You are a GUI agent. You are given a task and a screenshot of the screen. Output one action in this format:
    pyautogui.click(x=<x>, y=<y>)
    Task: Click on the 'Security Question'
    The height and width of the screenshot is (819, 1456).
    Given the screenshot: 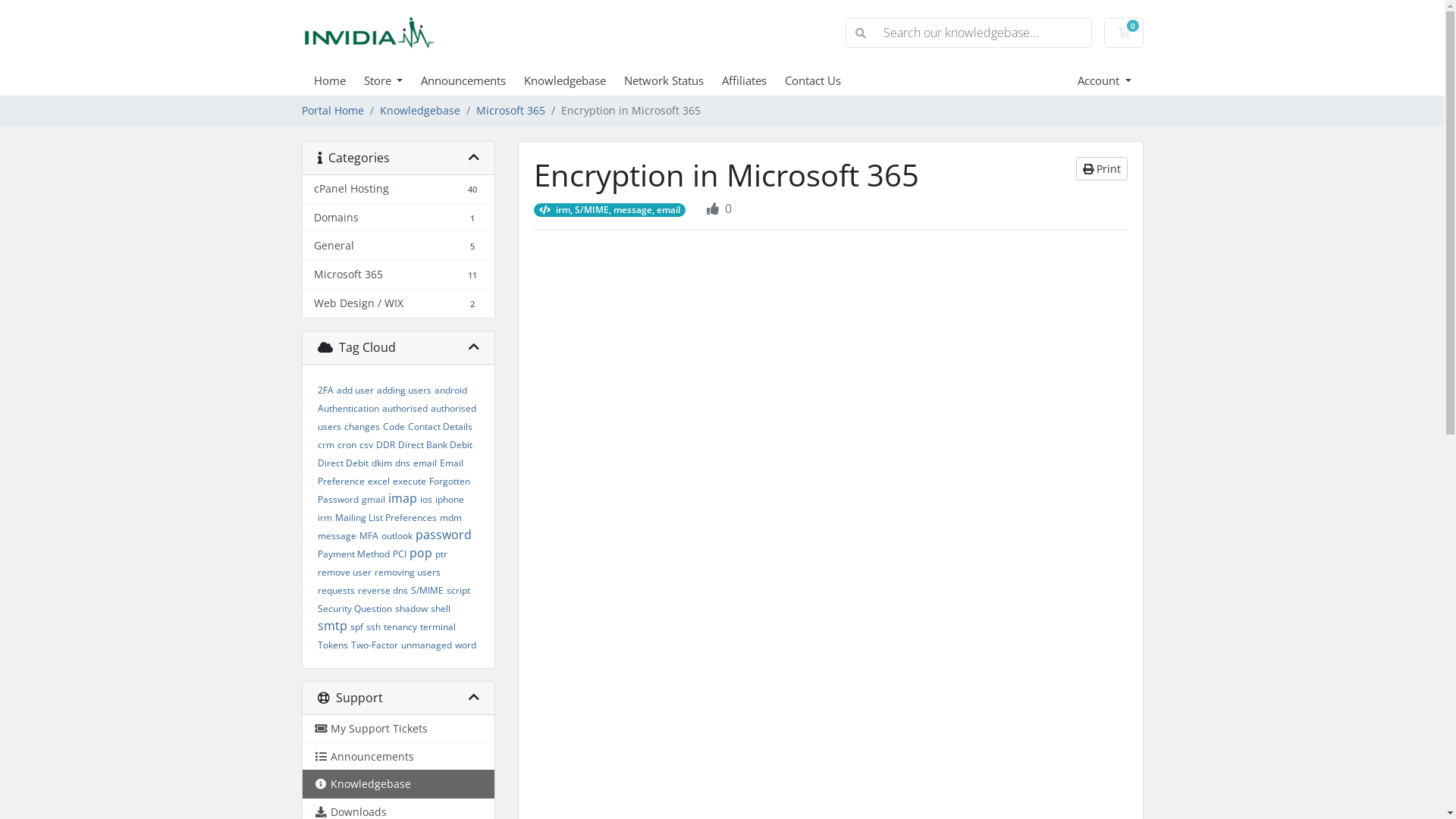 What is the action you would take?
    pyautogui.click(x=353, y=607)
    